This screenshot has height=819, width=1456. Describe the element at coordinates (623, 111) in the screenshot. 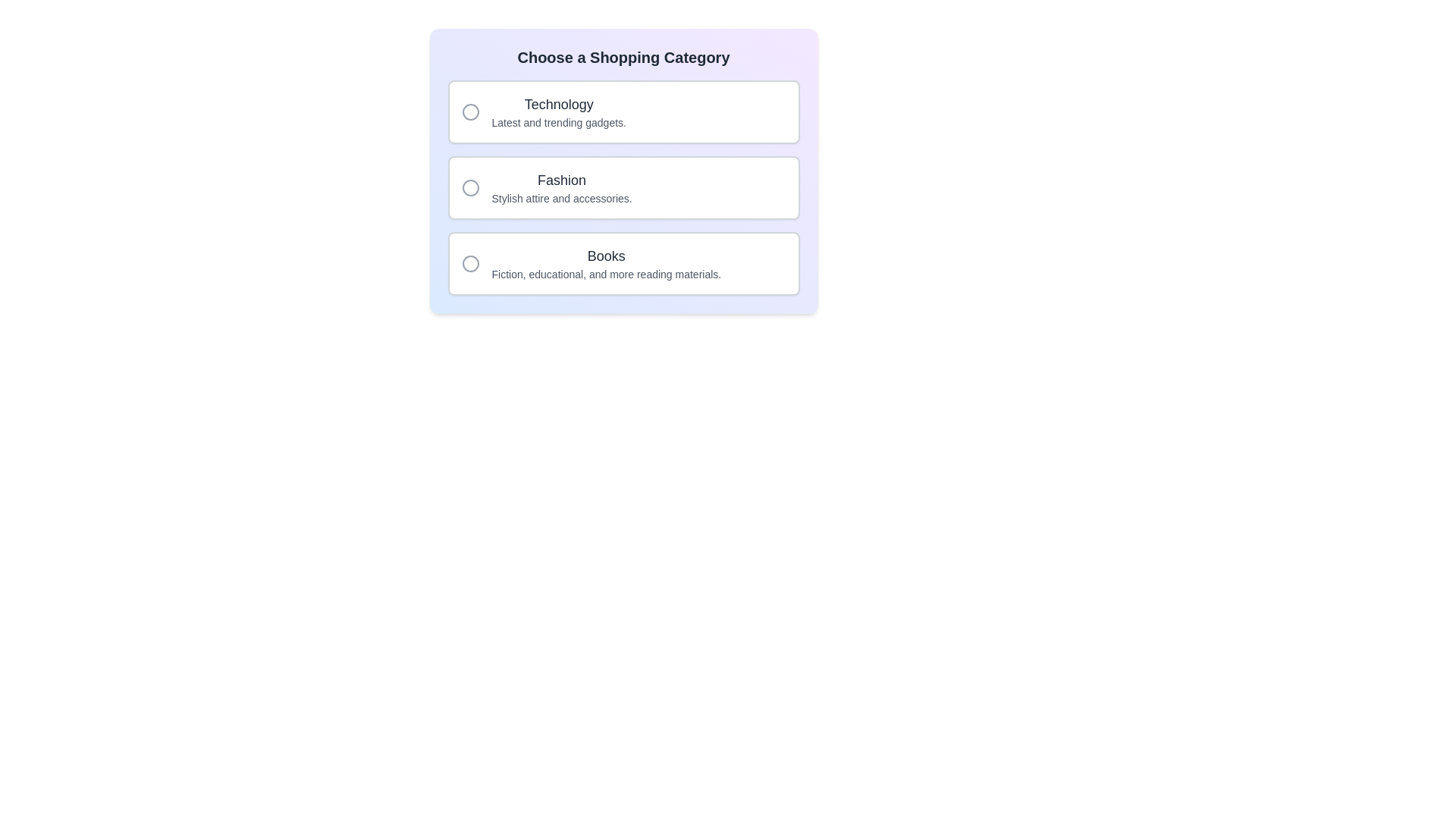

I see `the 'Technology' radio button option in the vertical list` at that location.